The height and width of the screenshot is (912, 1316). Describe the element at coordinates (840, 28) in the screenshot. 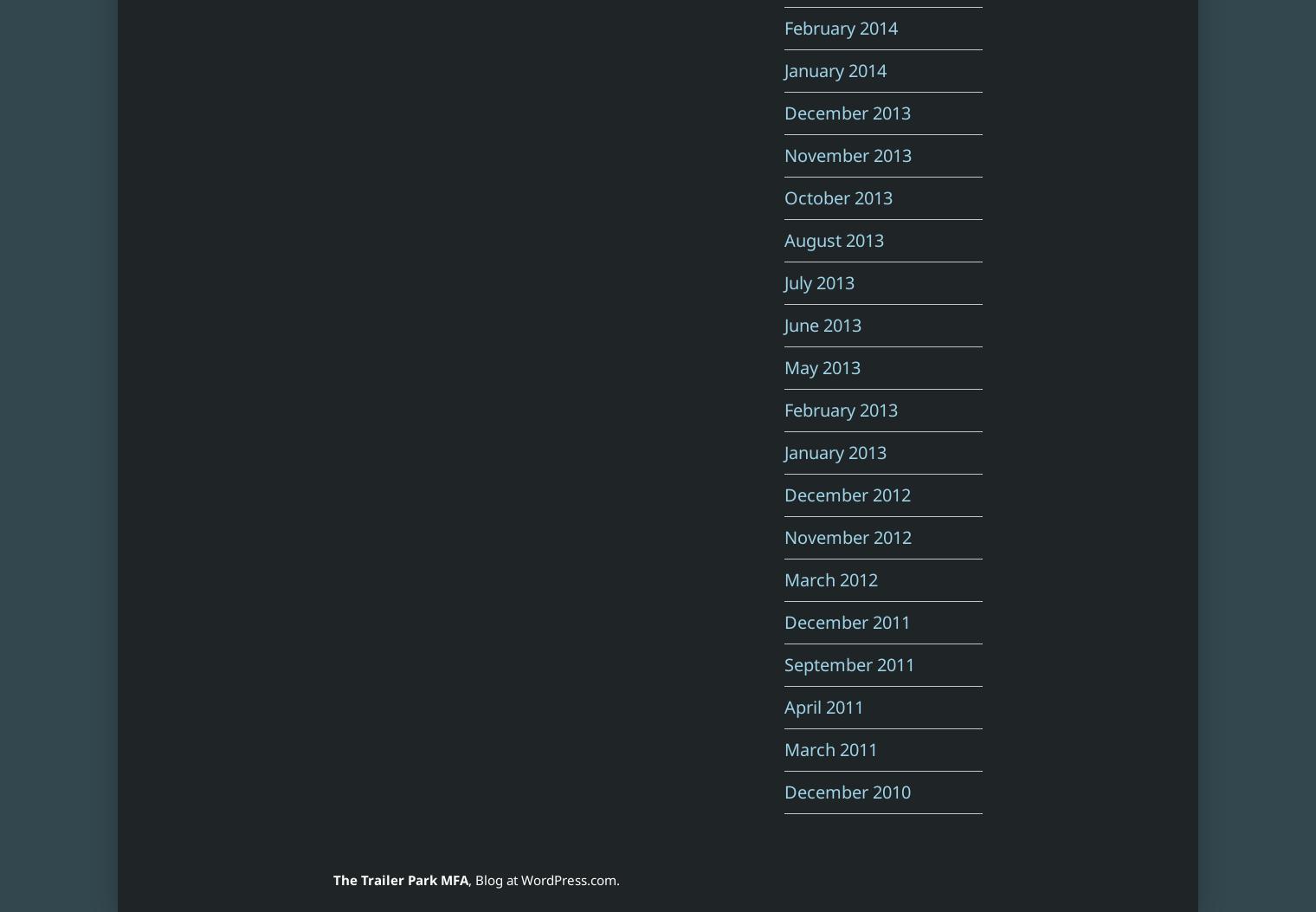

I see `'February 2014'` at that location.